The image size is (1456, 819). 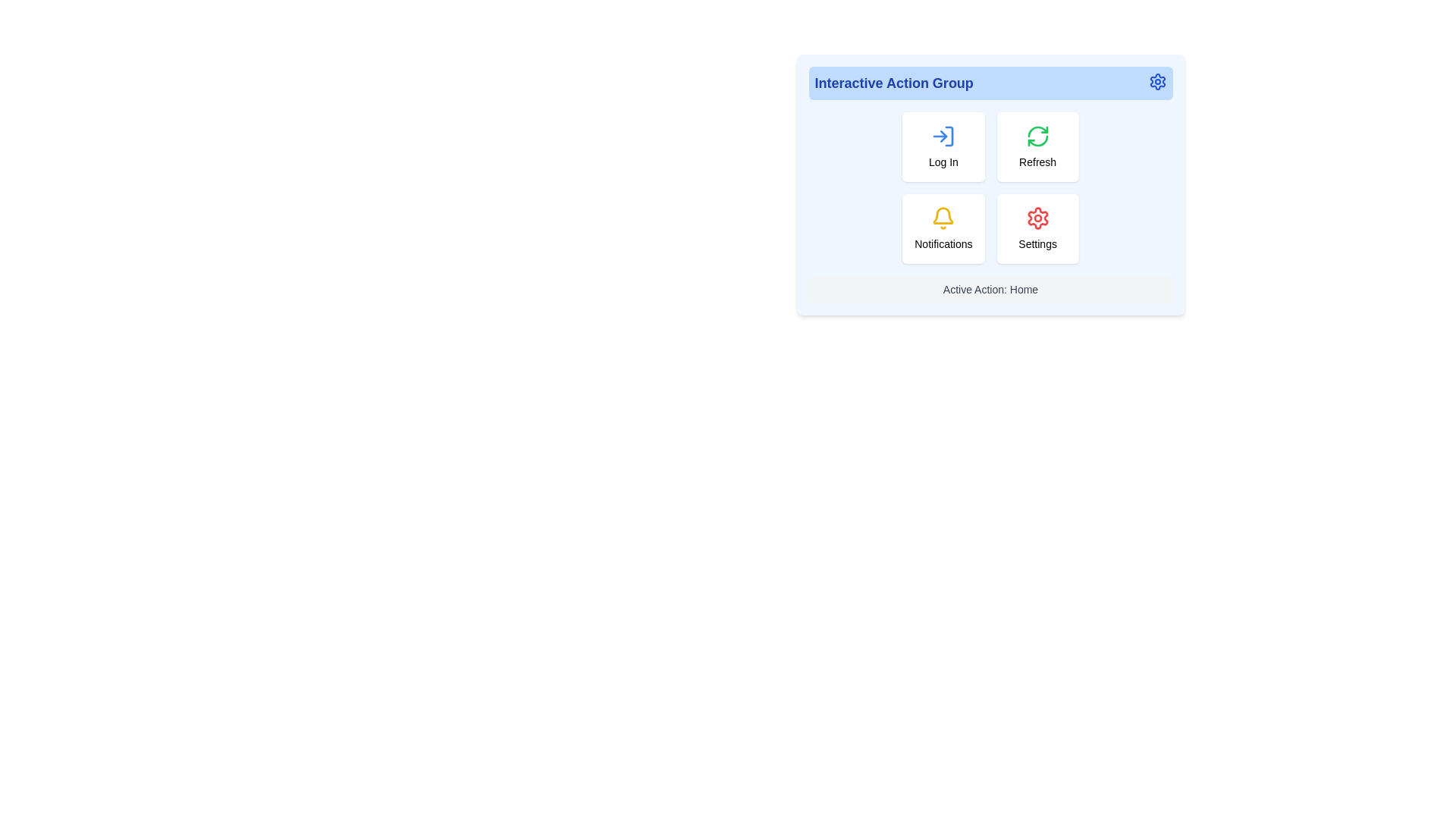 I want to click on the notification management button located in the lower-left quadrant of the 'Interactive Action Group' section, so click(x=943, y=228).